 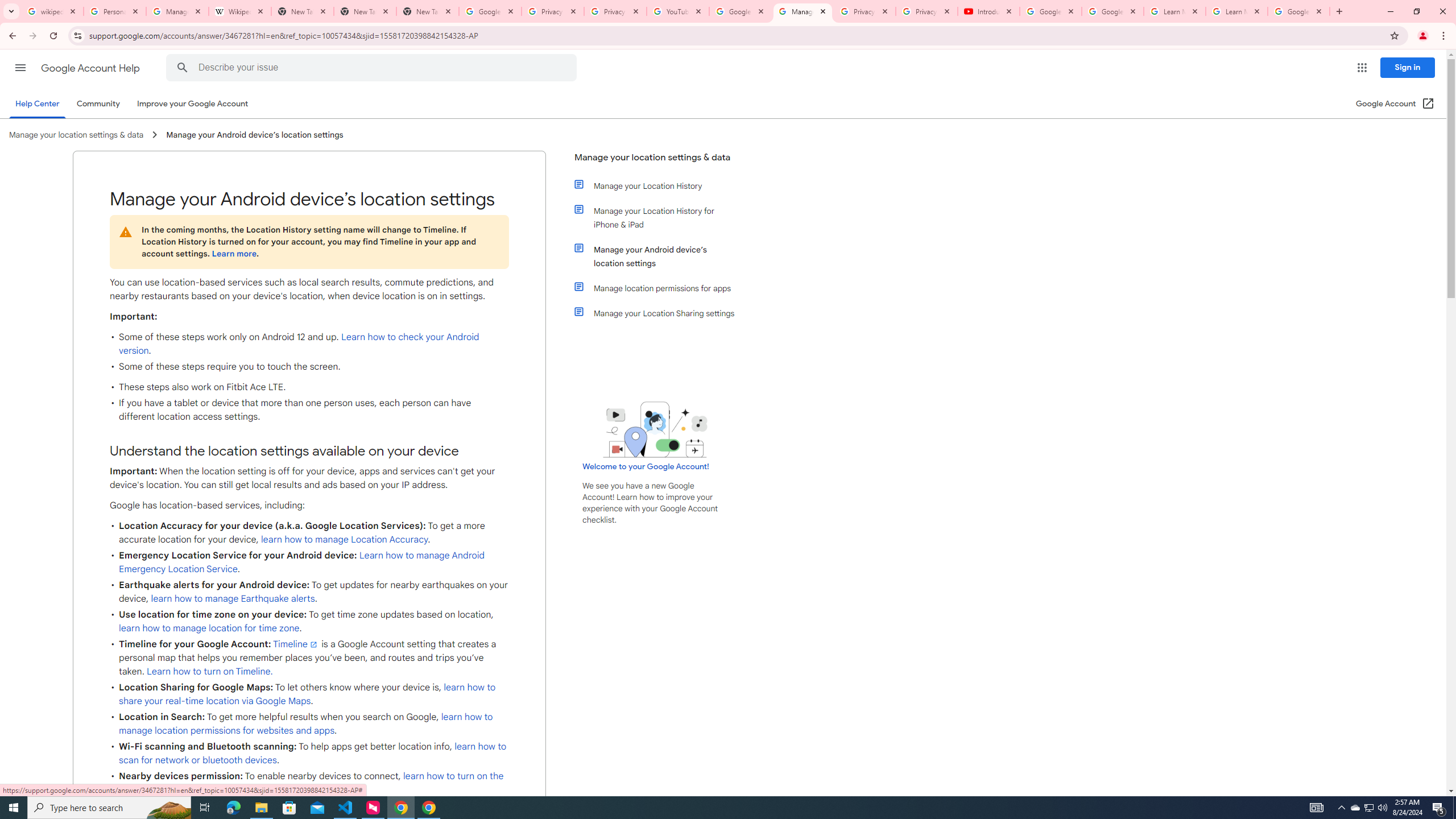 I want to click on 'YouTube', so click(x=677, y=11).